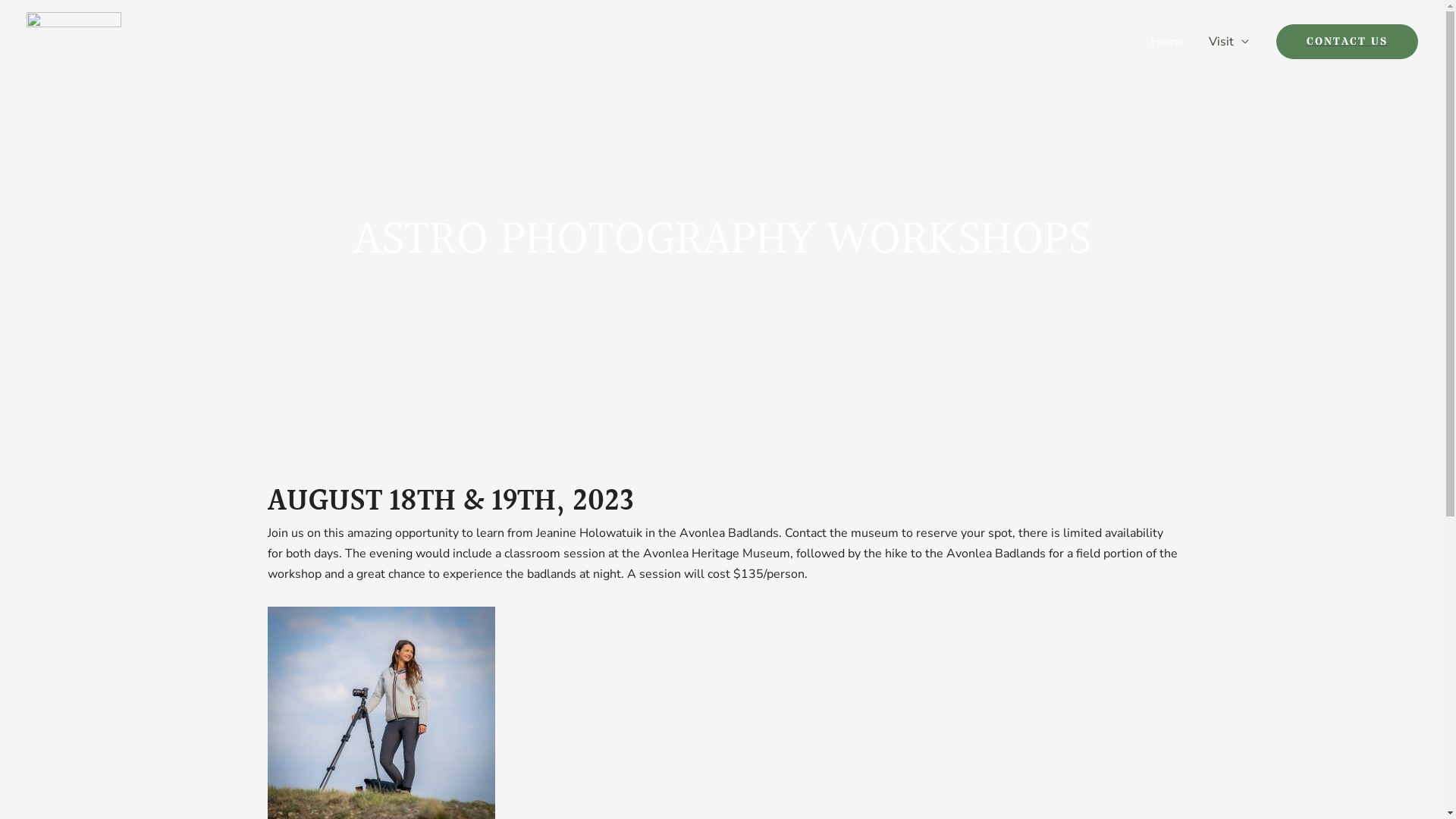 This screenshot has height=819, width=1456. Describe the element at coordinates (1167, 40) in the screenshot. I see `'Home'` at that location.